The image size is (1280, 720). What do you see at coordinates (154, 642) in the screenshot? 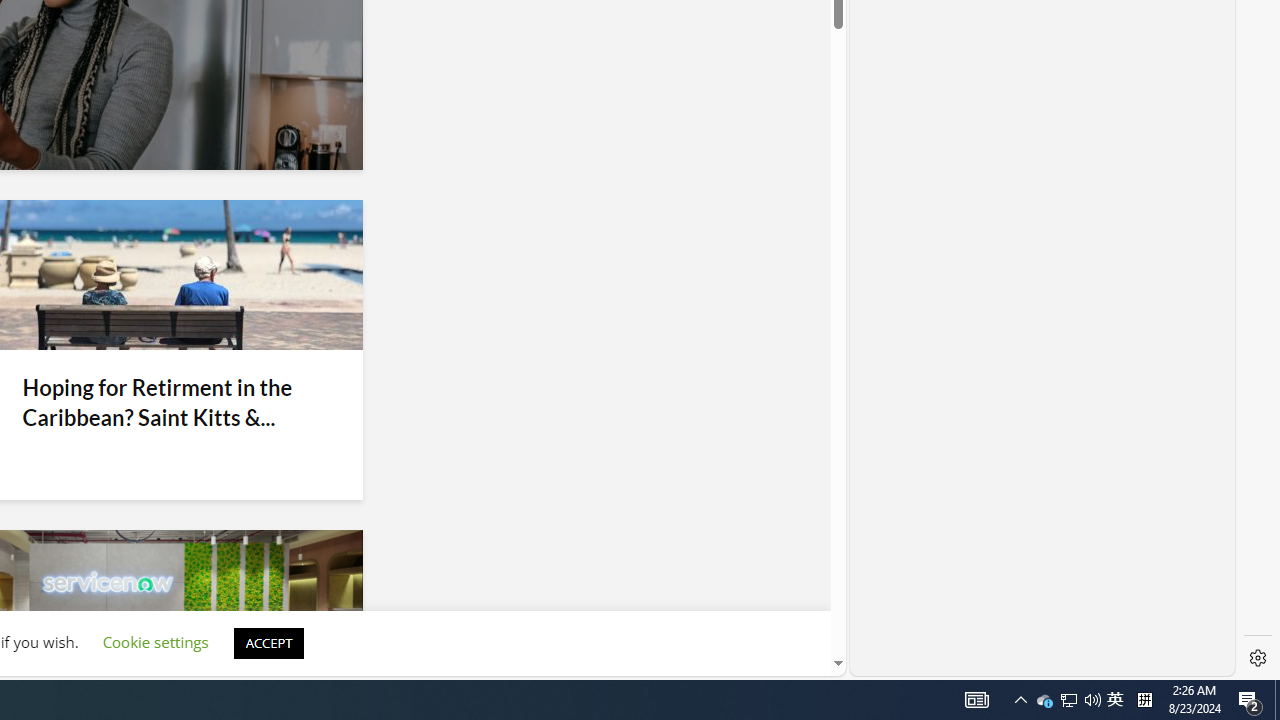
I see `'Cookie settings'` at bounding box center [154, 642].